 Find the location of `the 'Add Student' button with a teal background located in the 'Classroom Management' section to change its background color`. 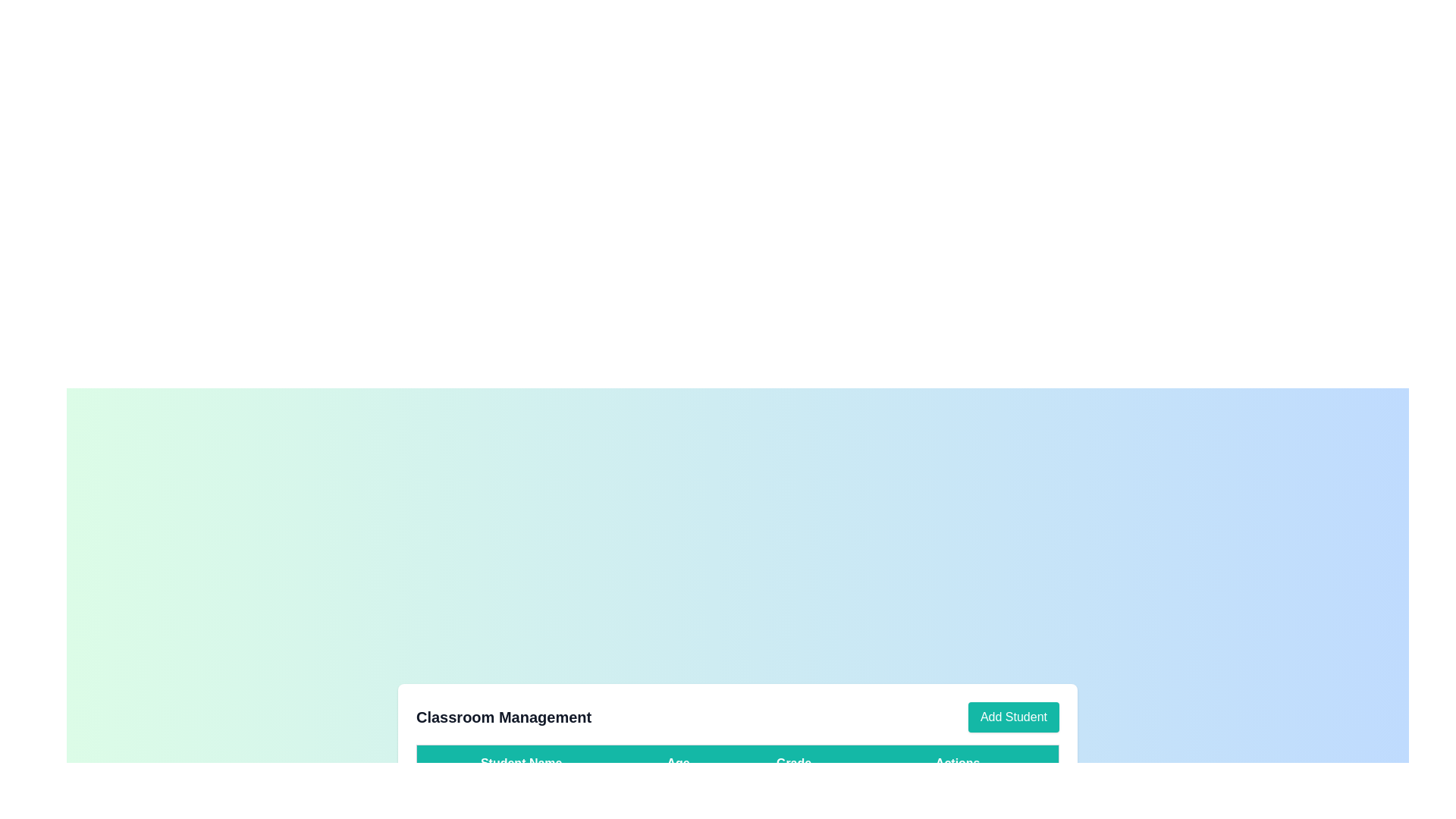

the 'Add Student' button with a teal background located in the 'Classroom Management' section to change its background color is located at coordinates (1013, 717).